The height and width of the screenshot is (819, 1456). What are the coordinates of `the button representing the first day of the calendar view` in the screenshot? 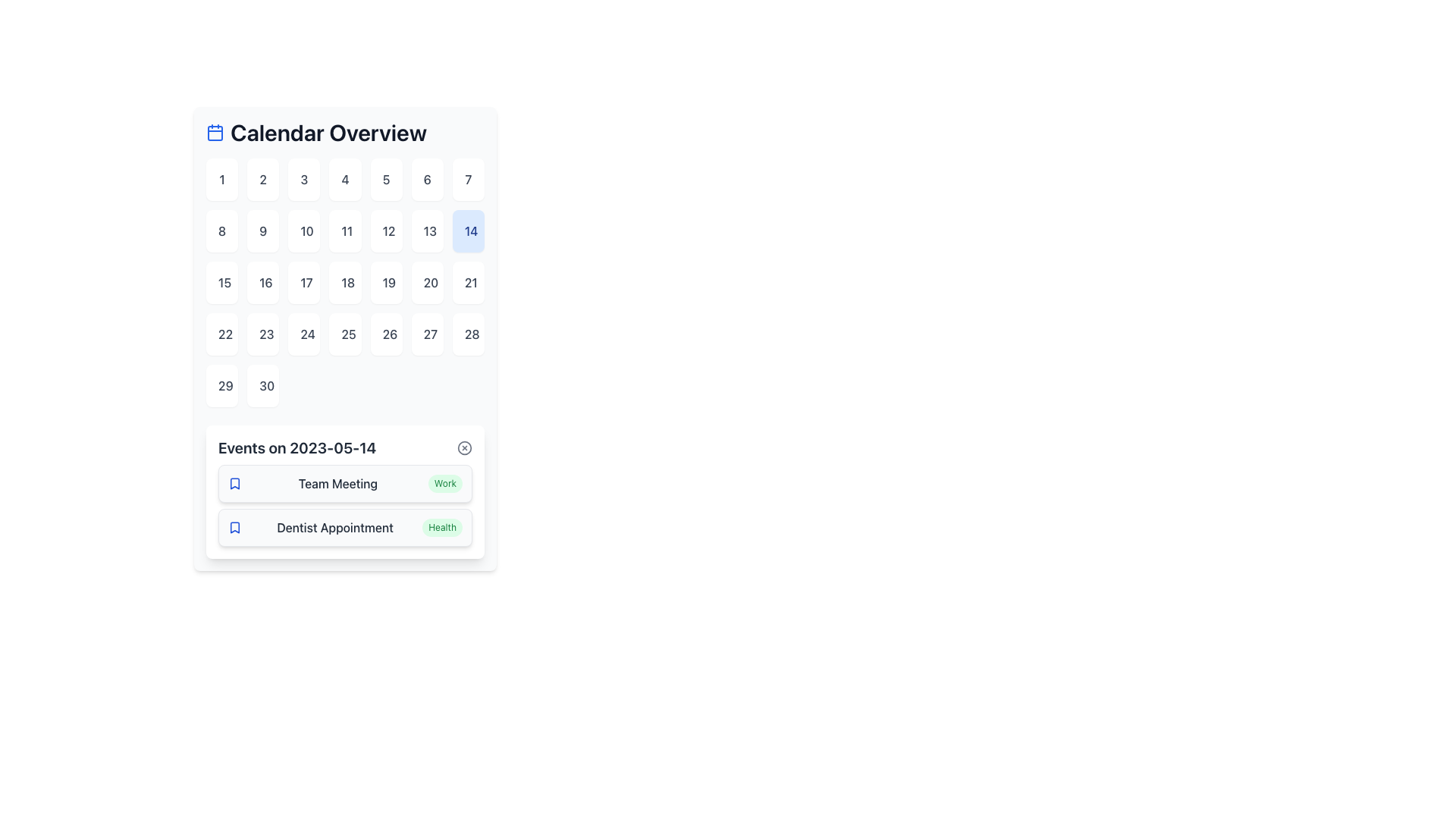 It's located at (221, 178).